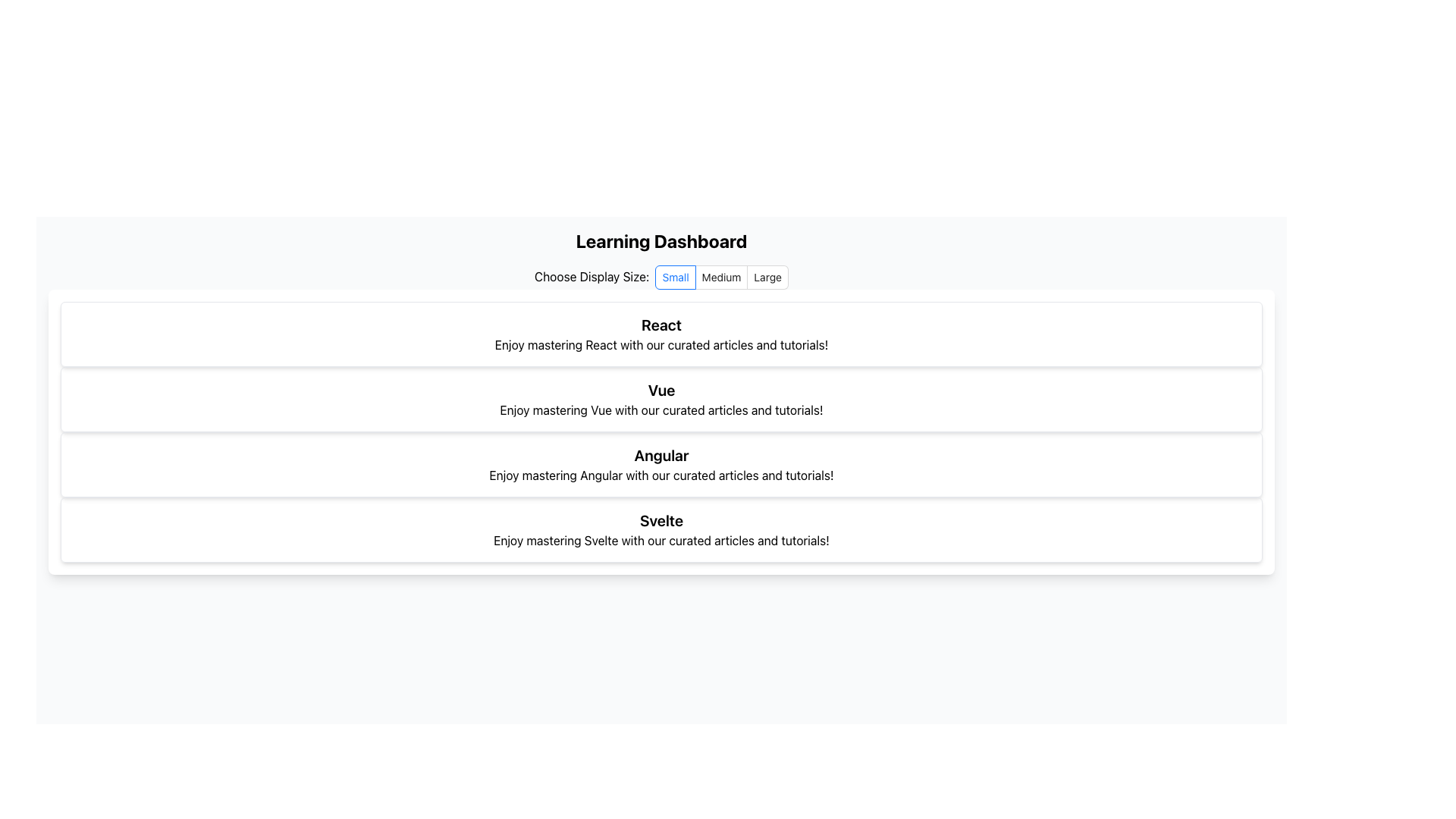 The image size is (1456, 819). I want to click on to select or activate the first Information card related to React, which is positioned directly below the header section in a vertical grid layout, so click(661, 333).